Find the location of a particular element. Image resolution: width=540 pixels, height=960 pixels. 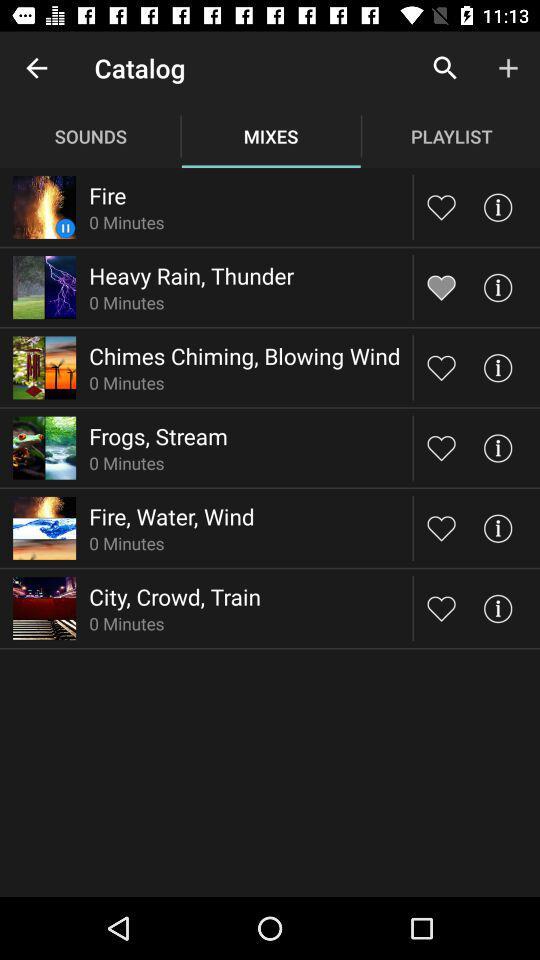

see info on selection is located at coordinates (496, 207).